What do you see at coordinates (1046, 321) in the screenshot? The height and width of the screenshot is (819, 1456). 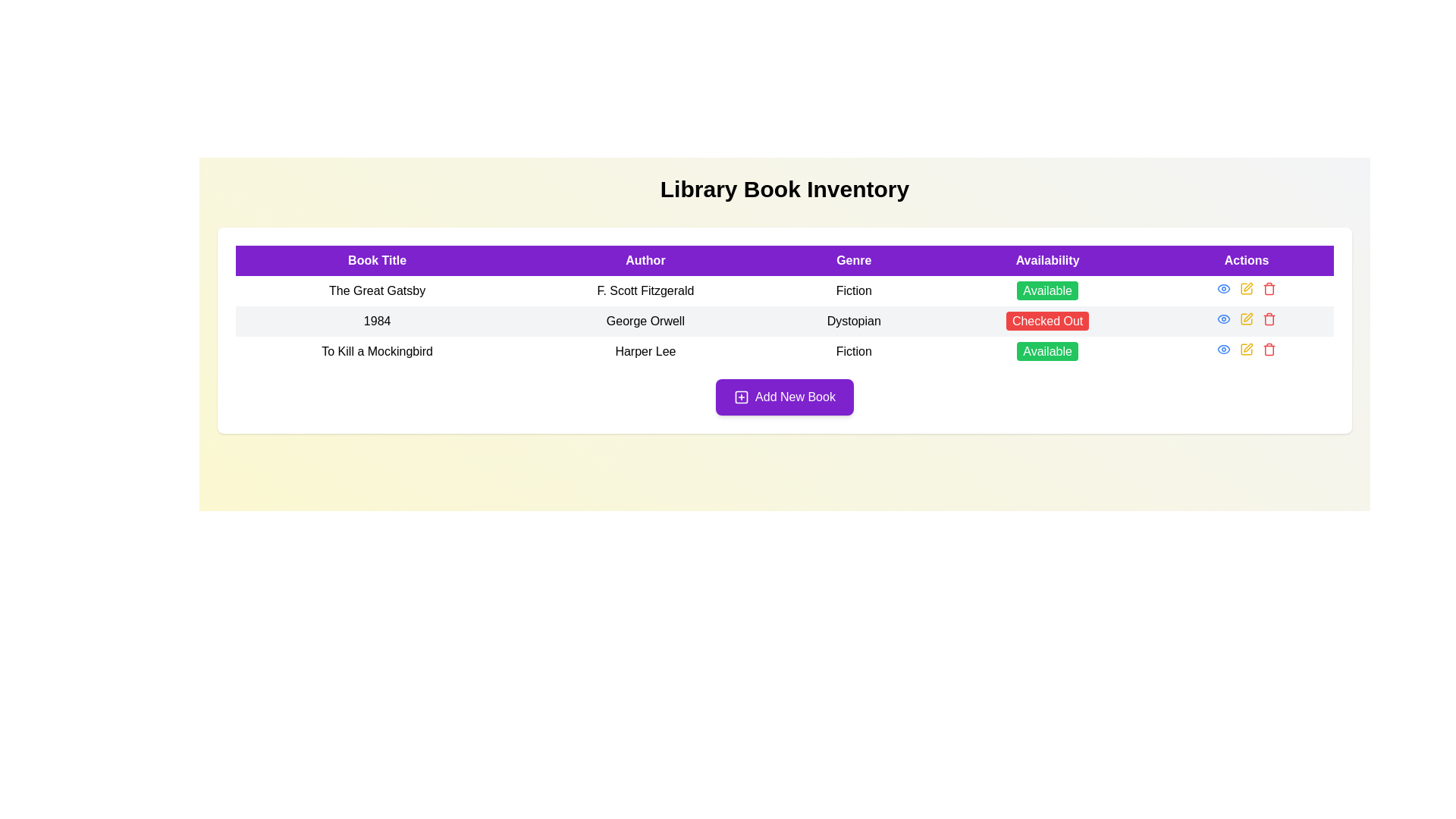 I see `the red button labeled 'Checked Out' in the availability column for the book '1984' by George Orwell` at bounding box center [1046, 321].